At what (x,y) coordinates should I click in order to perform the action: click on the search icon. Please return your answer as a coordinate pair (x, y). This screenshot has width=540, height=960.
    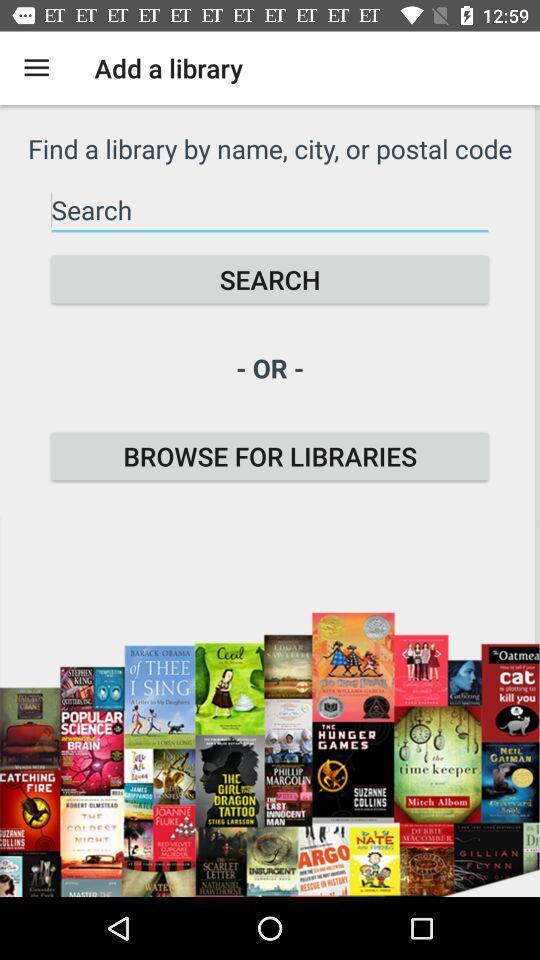
    Looking at the image, I should click on (270, 278).